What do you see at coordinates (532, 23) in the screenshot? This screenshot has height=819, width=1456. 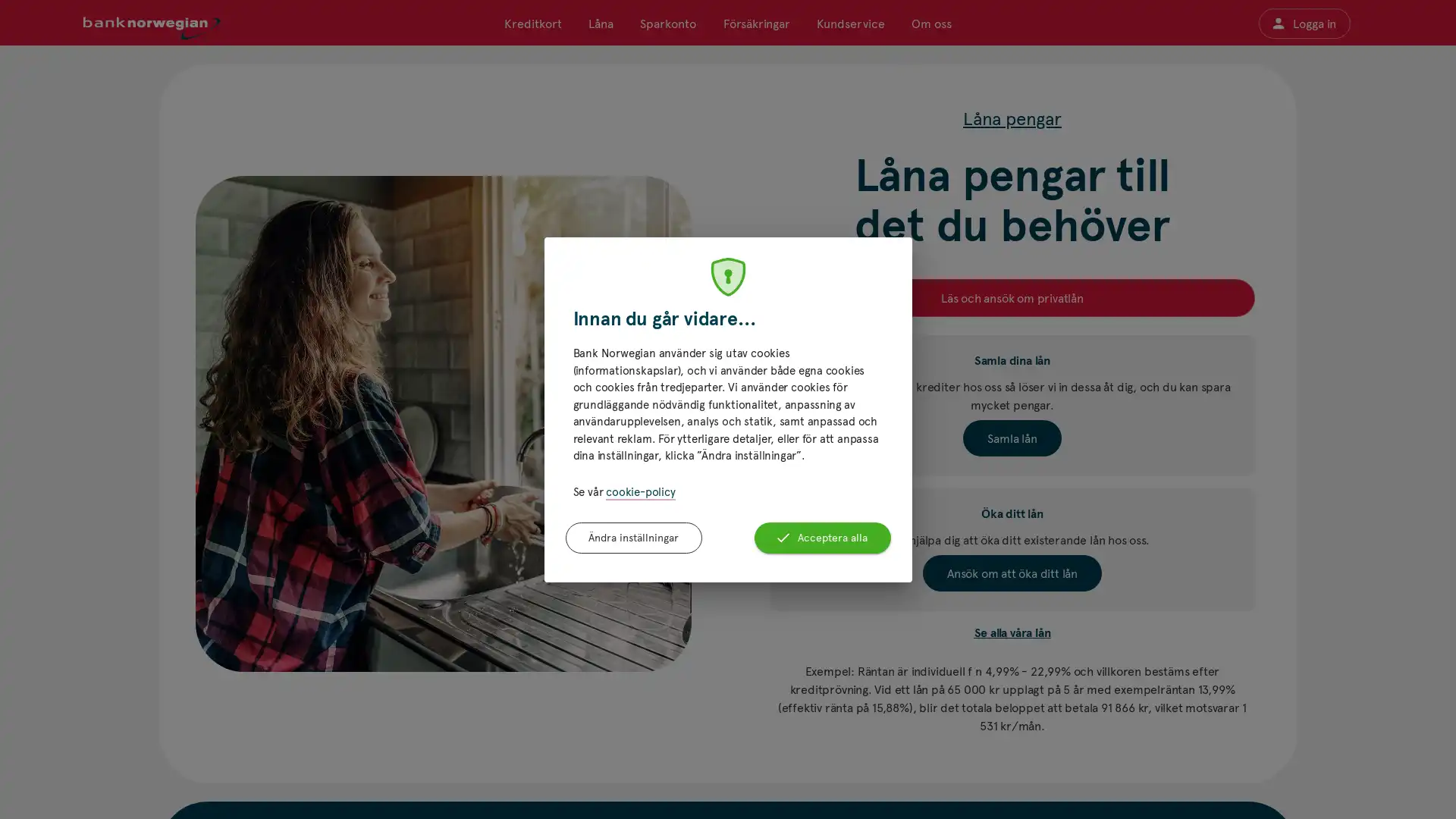 I see `Kreditkort` at bounding box center [532, 23].